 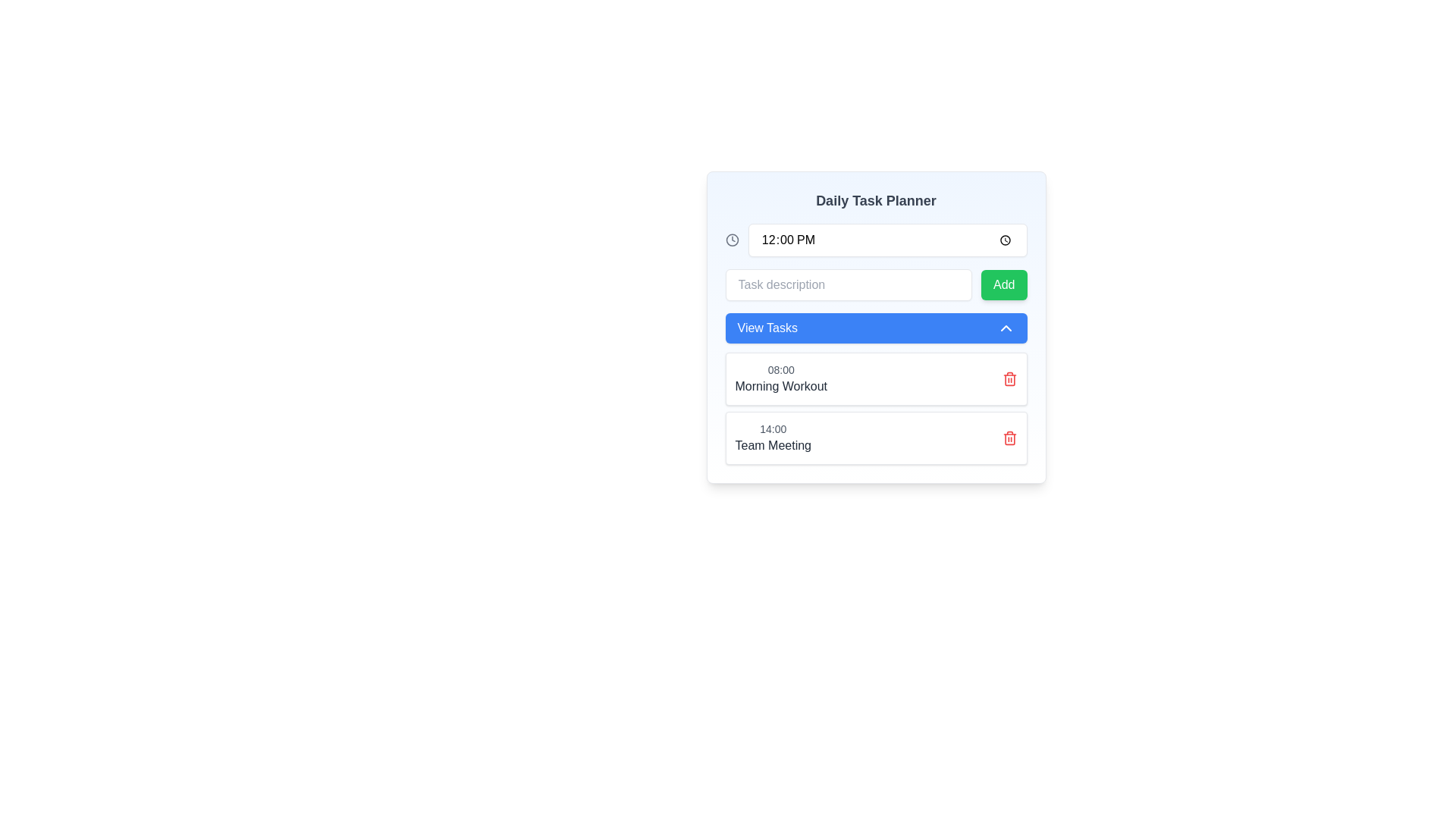 I want to click on the trash icon button, so click(x=1009, y=438).